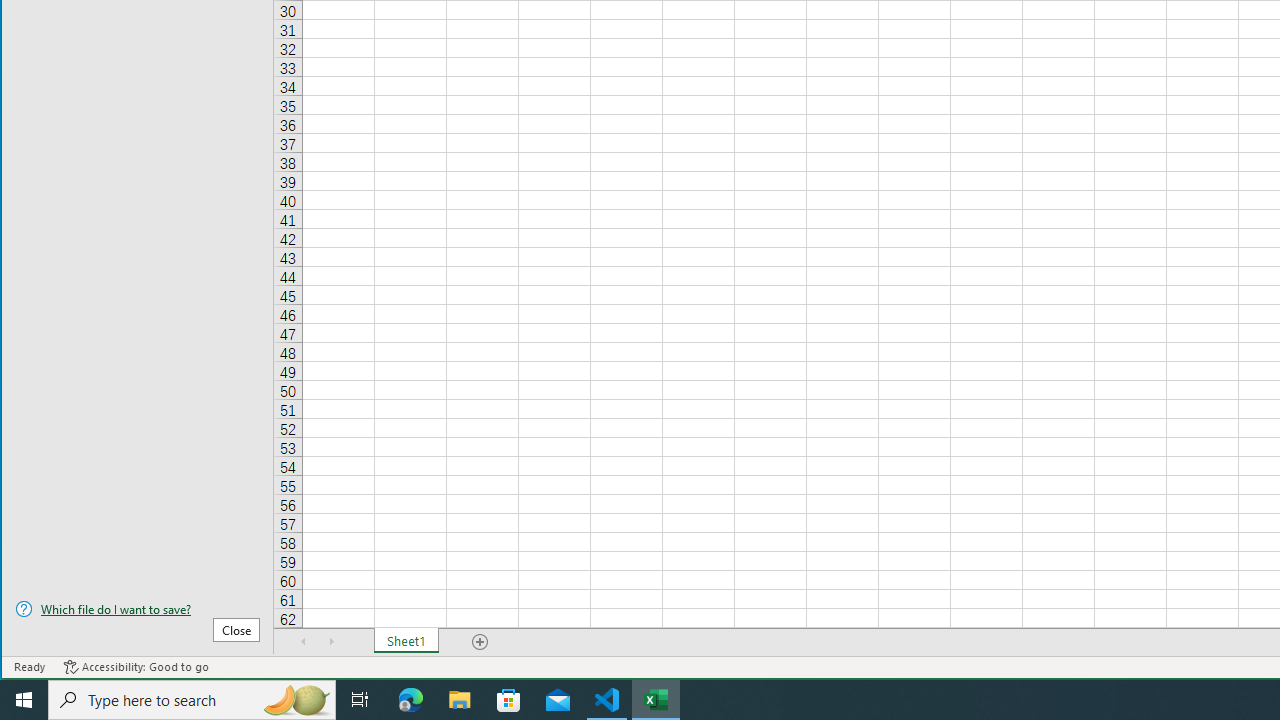 The height and width of the screenshot is (720, 1280). What do you see at coordinates (236, 630) in the screenshot?
I see `'Close'` at bounding box center [236, 630].